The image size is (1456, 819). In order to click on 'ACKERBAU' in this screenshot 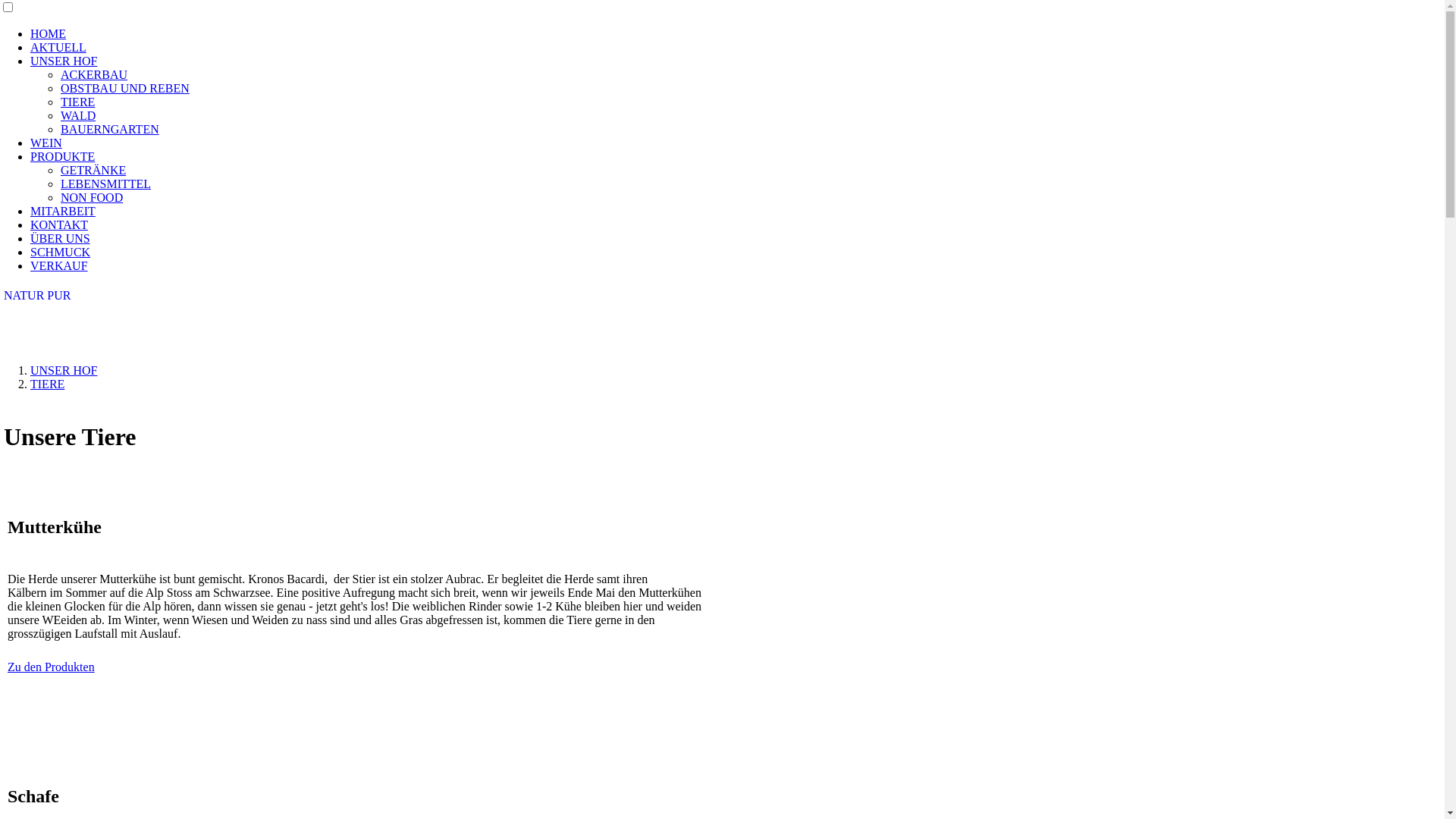, I will do `click(93, 74)`.